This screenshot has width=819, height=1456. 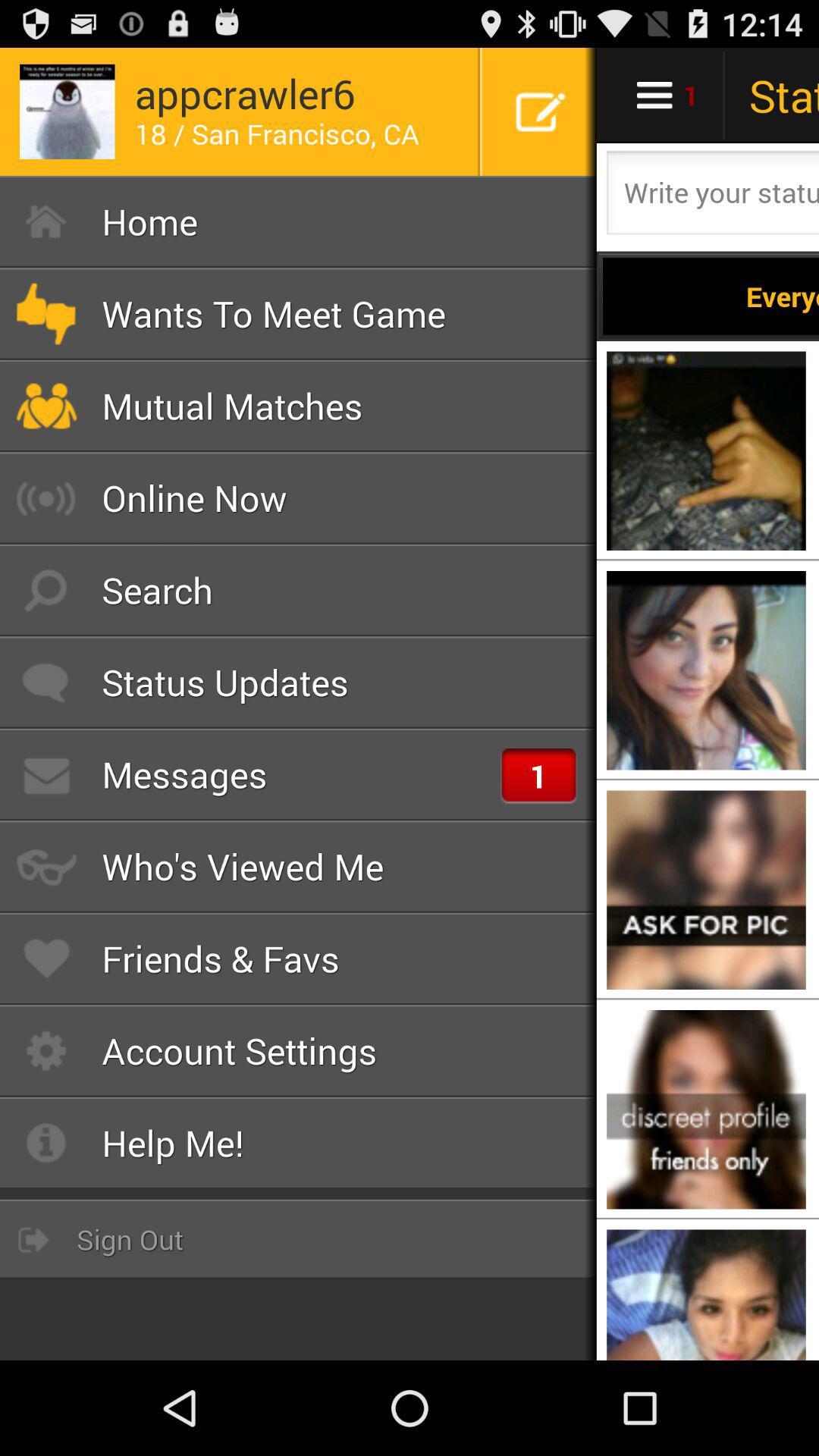 What do you see at coordinates (711, 196) in the screenshot?
I see `write what 's on your mind` at bounding box center [711, 196].